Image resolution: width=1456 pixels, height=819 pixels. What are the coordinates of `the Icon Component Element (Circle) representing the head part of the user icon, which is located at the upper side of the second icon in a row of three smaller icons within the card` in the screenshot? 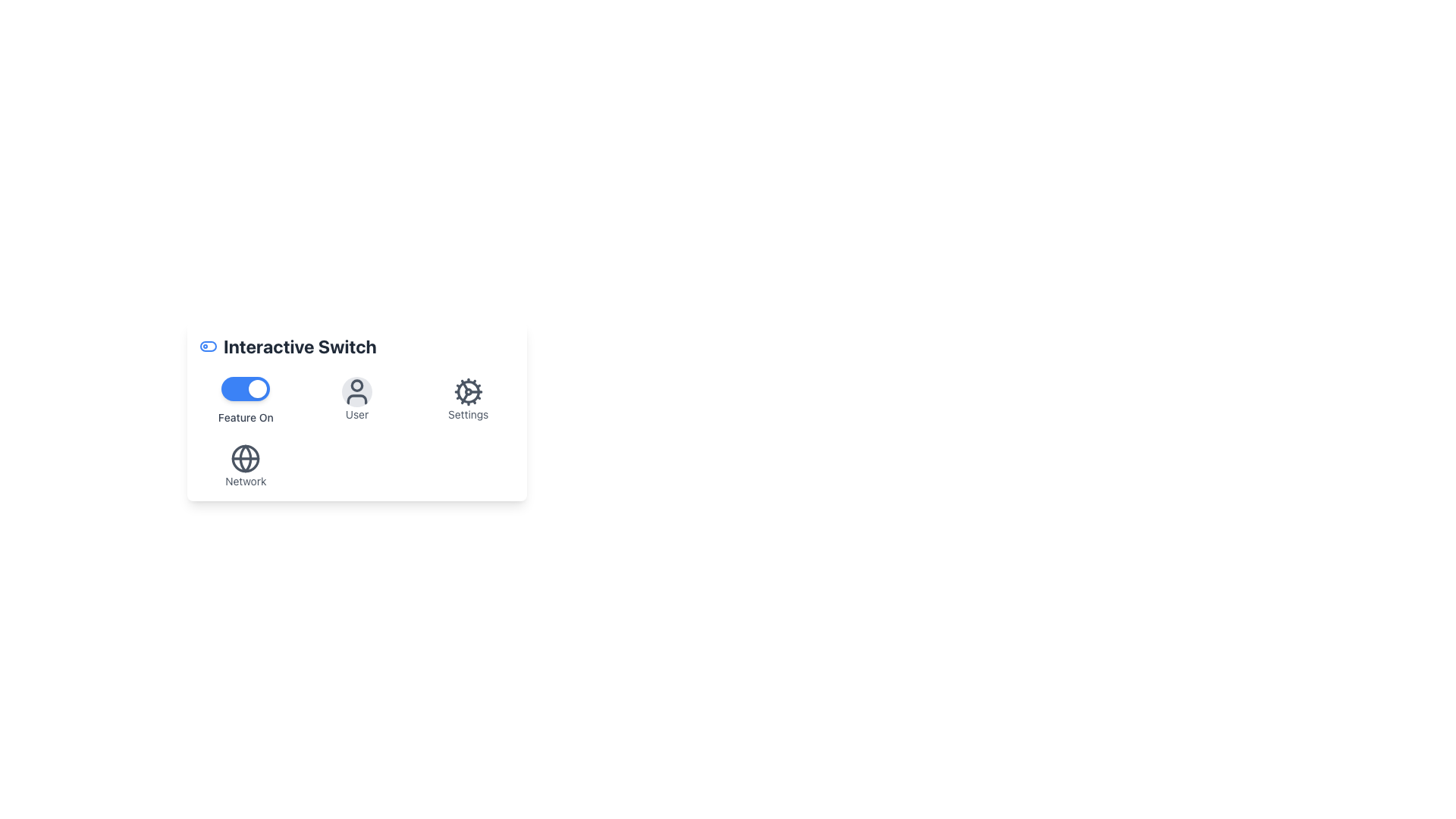 It's located at (356, 384).